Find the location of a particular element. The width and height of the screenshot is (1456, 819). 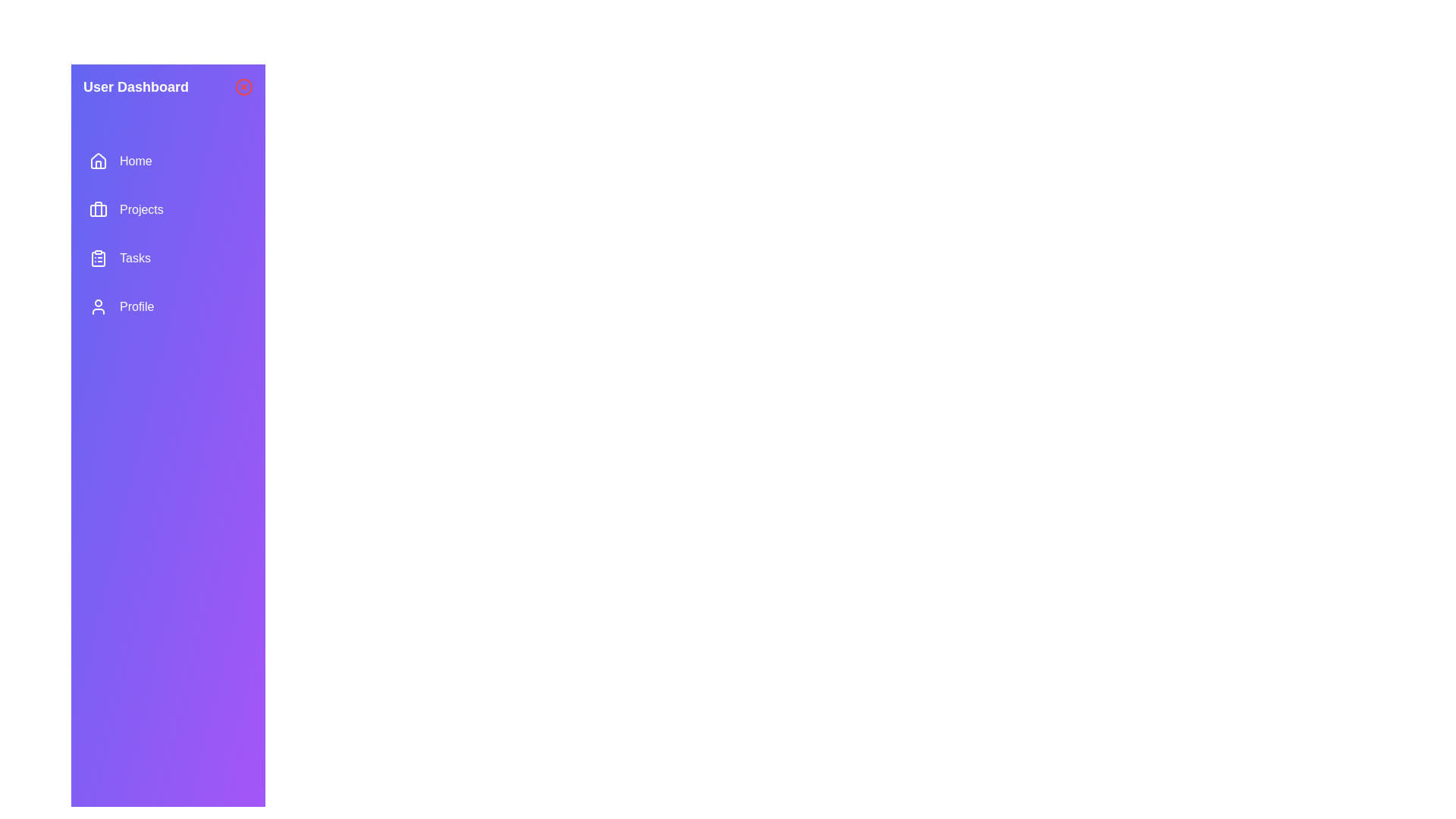

the 'User Dashboard' text label located at the top of the sidebar with a purple gradient background is located at coordinates (136, 87).